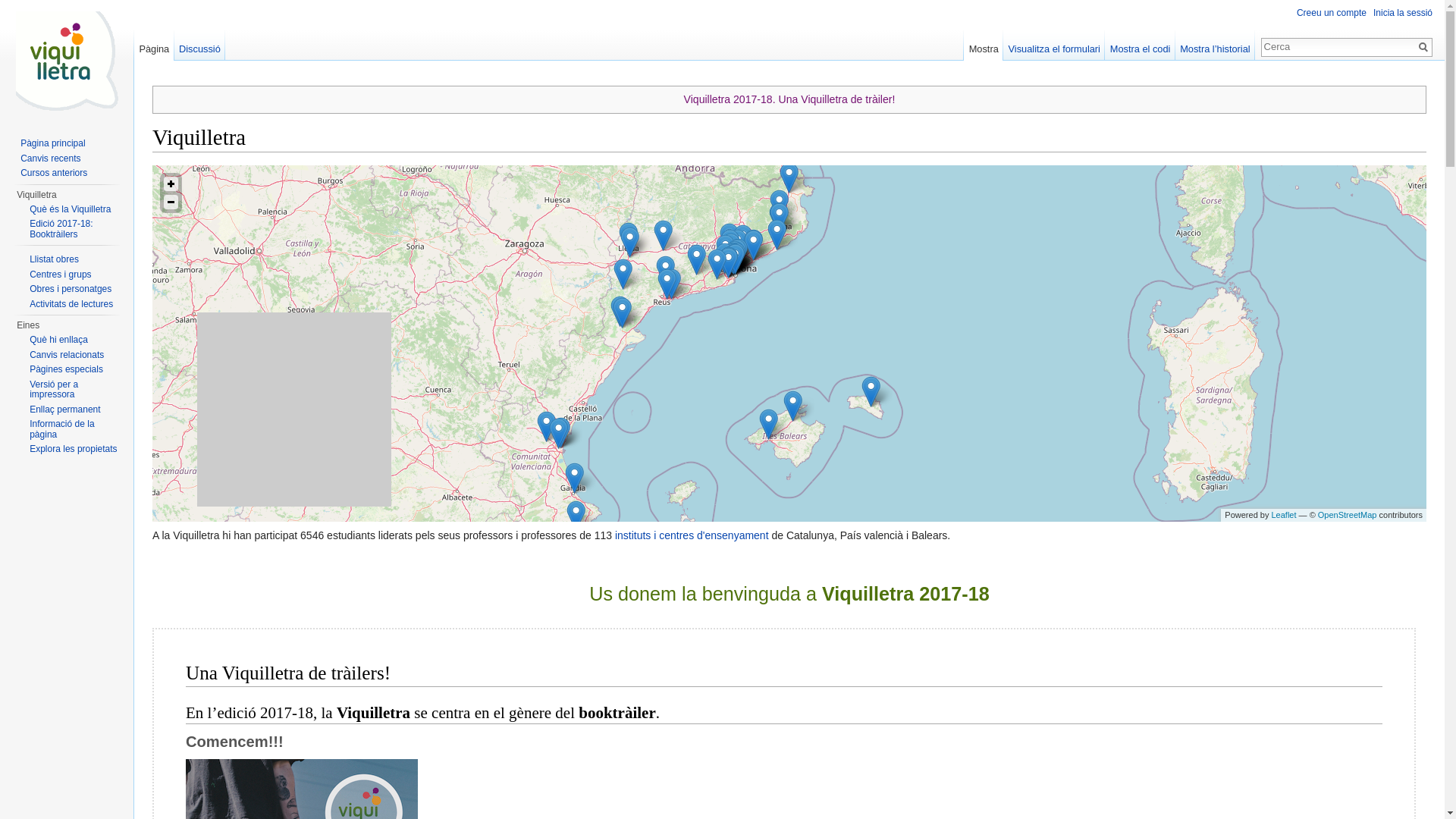 The width and height of the screenshot is (1456, 819). I want to click on 'Zoom out', so click(171, 201).